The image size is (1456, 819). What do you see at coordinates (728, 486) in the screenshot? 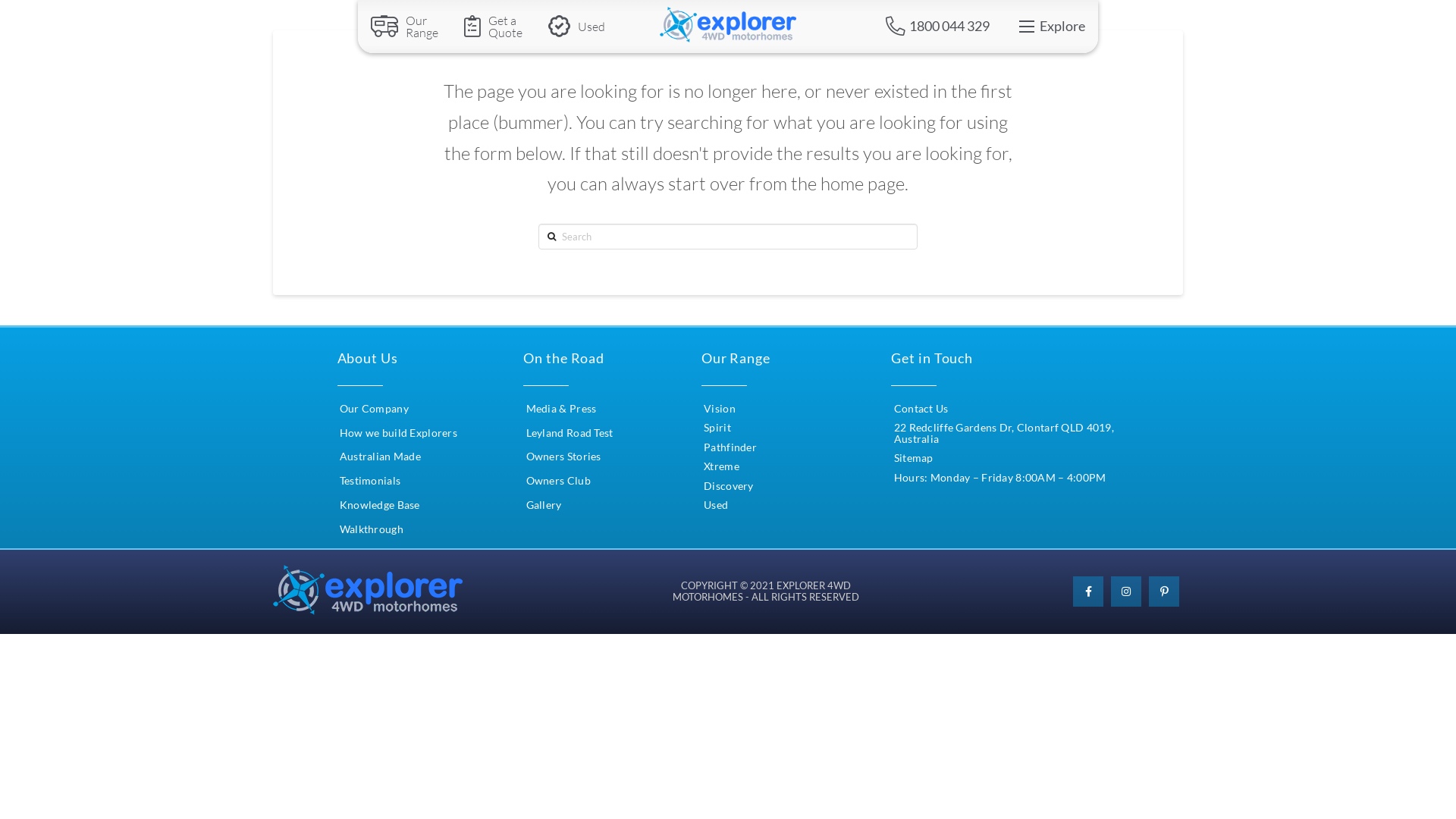
I see `'Discovery'` at bounding box center [728, 486].